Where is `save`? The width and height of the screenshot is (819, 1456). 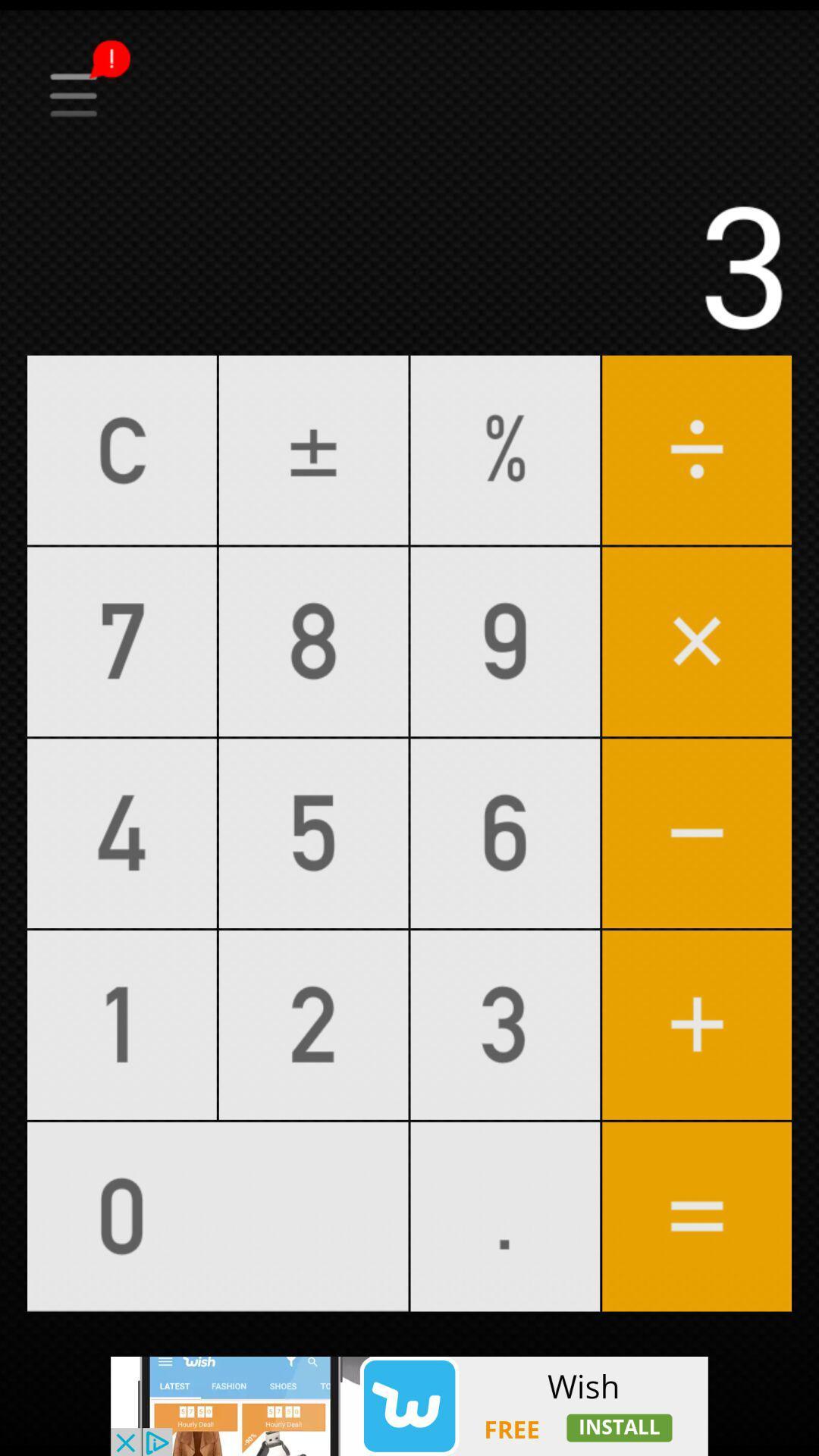
save is located at coordinates (409, 47).